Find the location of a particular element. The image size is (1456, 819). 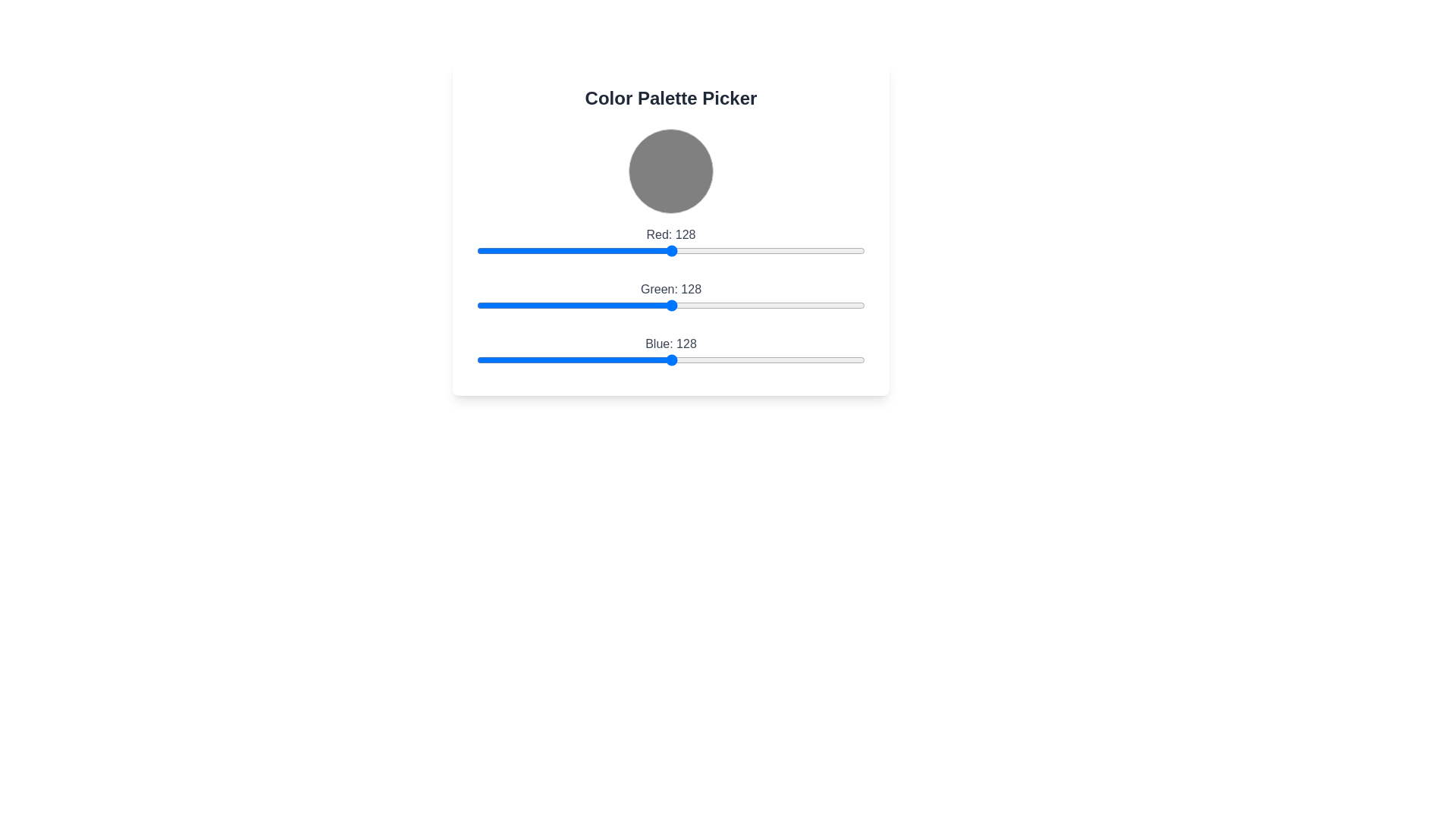

the 'Red' color component is located at coordinates (849, 250).